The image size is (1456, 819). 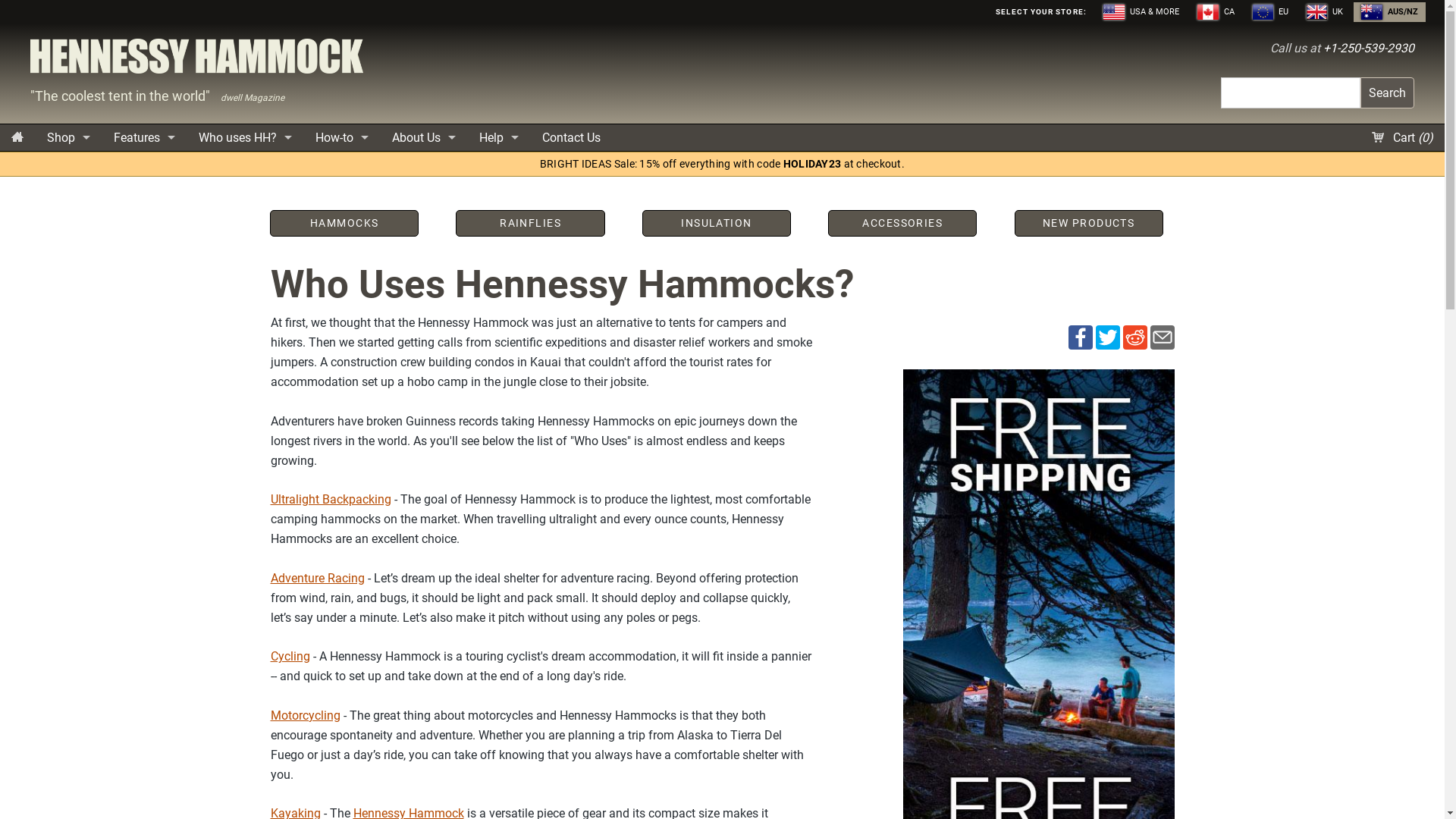 I want to click on 'Adventure Racing', so click(x=315, y=578).